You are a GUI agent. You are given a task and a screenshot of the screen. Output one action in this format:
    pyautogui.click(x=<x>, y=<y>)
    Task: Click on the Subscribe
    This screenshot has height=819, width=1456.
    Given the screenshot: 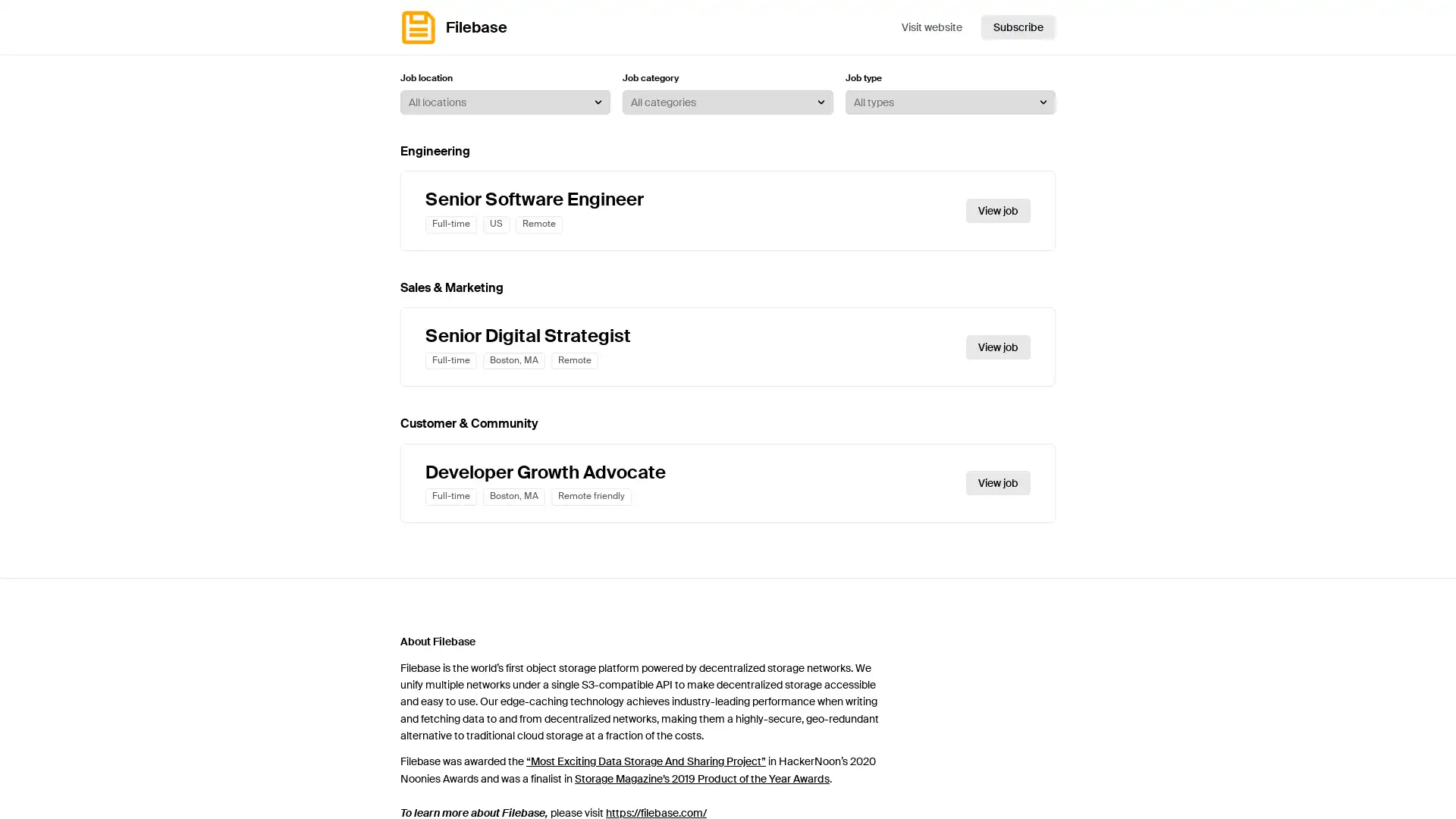 What is the action you would take?
    pyautogui.click(x=1018, y=27)
    